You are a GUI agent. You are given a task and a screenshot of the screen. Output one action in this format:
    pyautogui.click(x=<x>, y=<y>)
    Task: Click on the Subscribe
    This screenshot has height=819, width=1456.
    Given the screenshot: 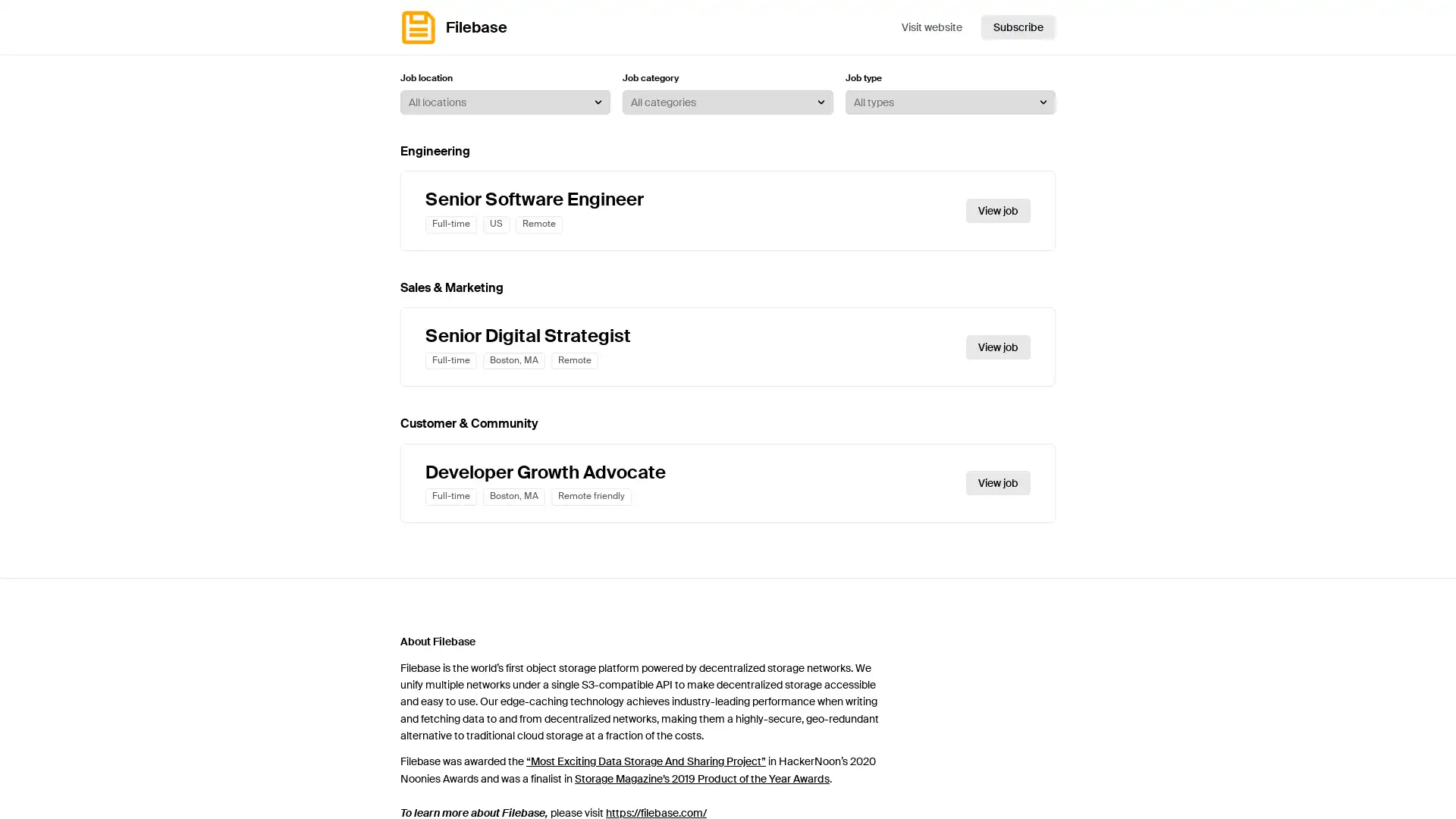 What is the action you would take?
    pyautogui.click(x=1018, y=27)
    